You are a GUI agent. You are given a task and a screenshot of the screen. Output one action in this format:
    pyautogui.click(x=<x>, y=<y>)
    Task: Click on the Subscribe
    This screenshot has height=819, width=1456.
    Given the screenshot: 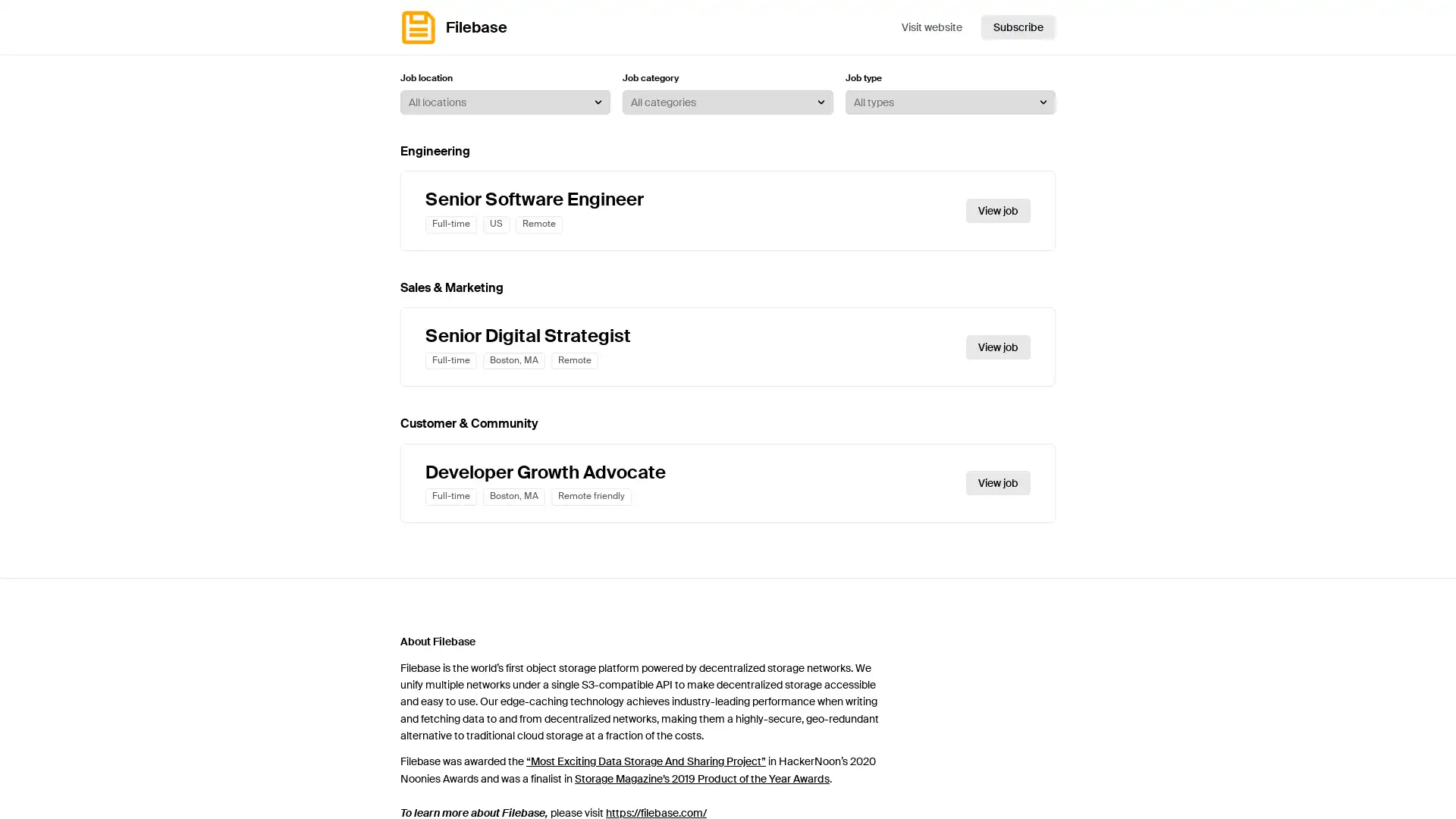 What is the action you would take?
    pyautogui.click(x=1018, y=27)
    